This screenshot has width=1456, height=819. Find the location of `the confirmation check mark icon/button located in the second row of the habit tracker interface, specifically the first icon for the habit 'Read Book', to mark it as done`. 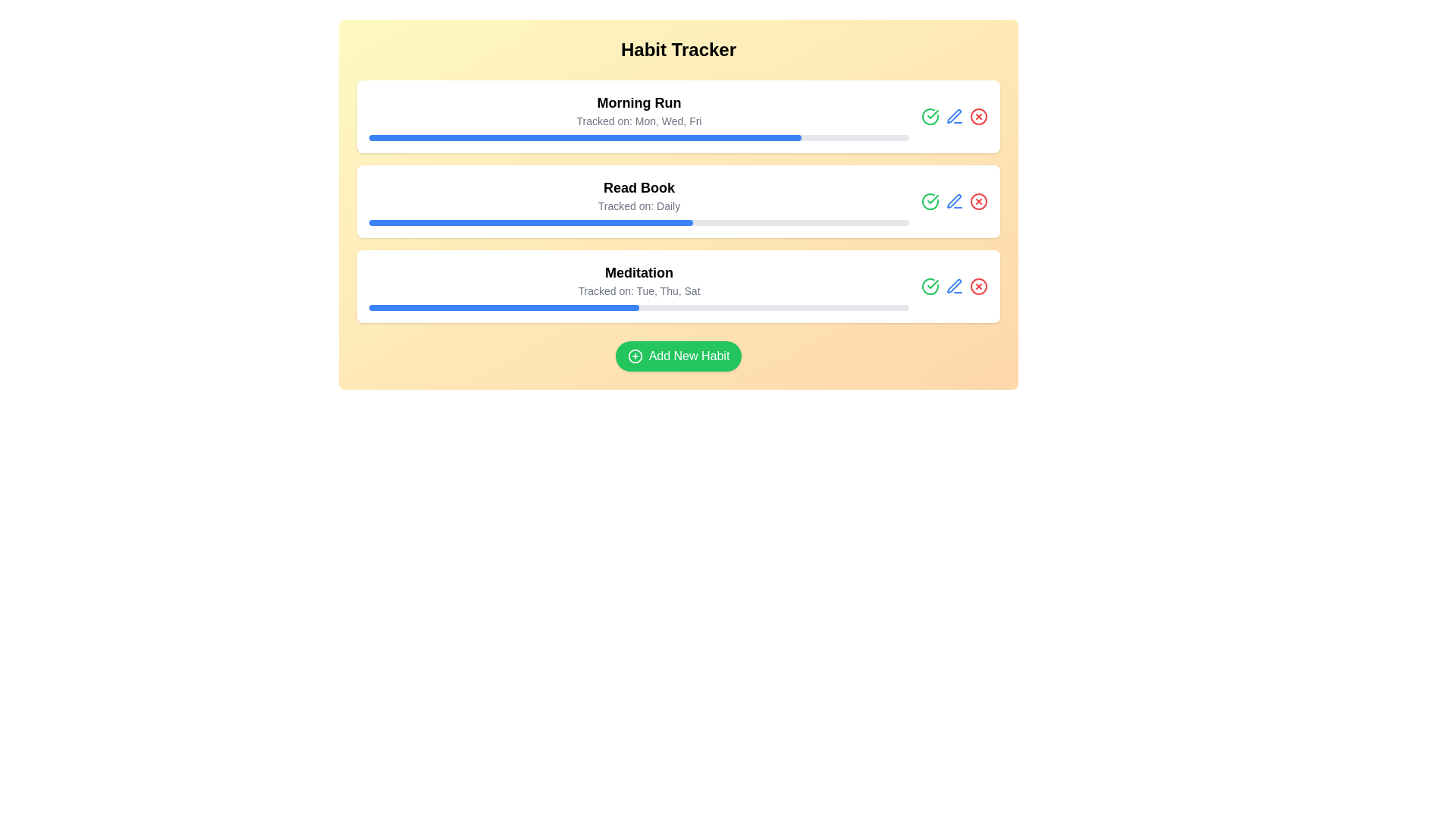

the confirmation check mark icon/button located in the second row of the habit tracker interface, specifically the first icon for the habit 'Read Book', to mark it as done is located at coordinates (930, 116).